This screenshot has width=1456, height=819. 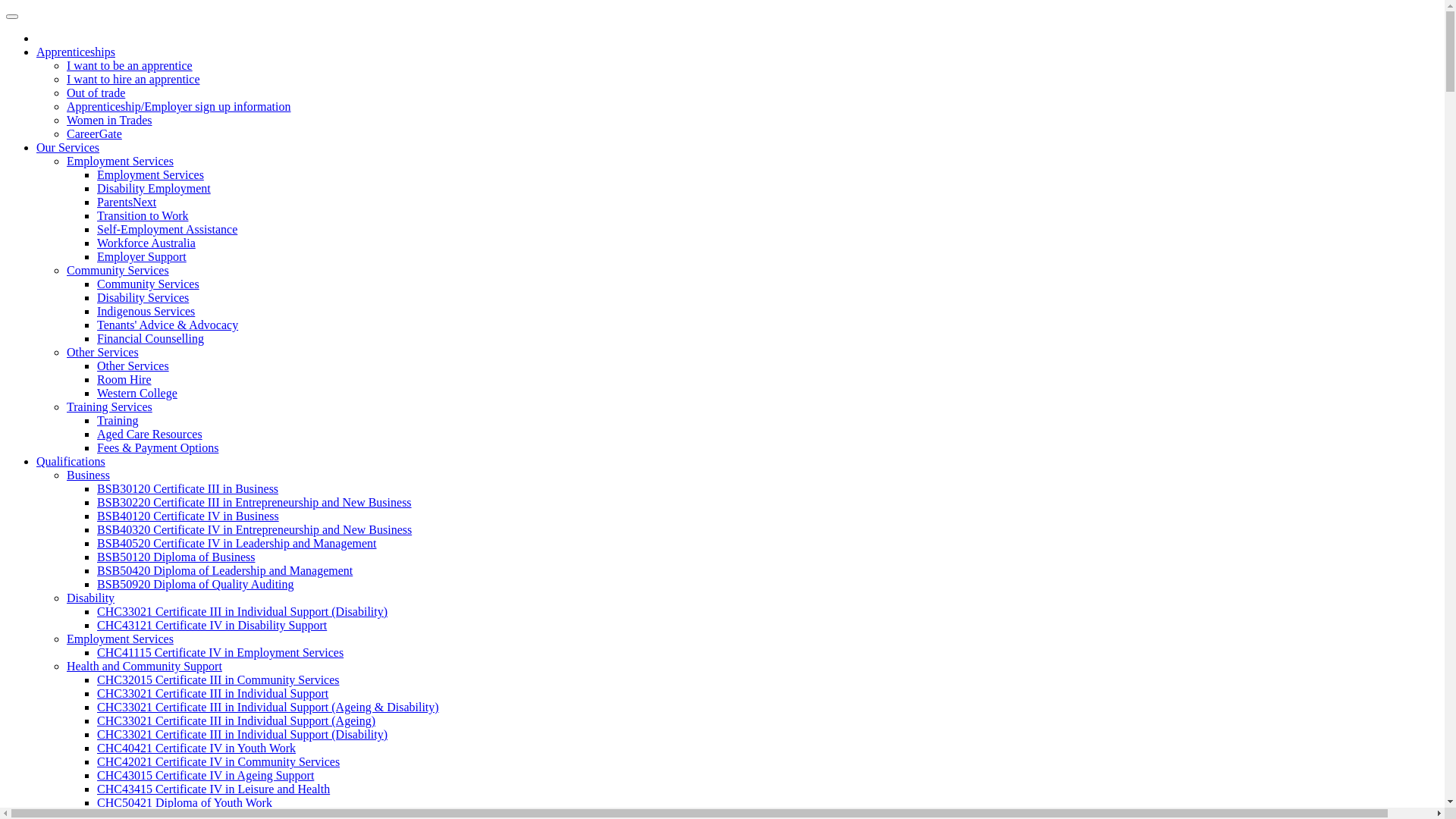 I want to click on 'I want to be an apprentice', so click(x=65, y=64).